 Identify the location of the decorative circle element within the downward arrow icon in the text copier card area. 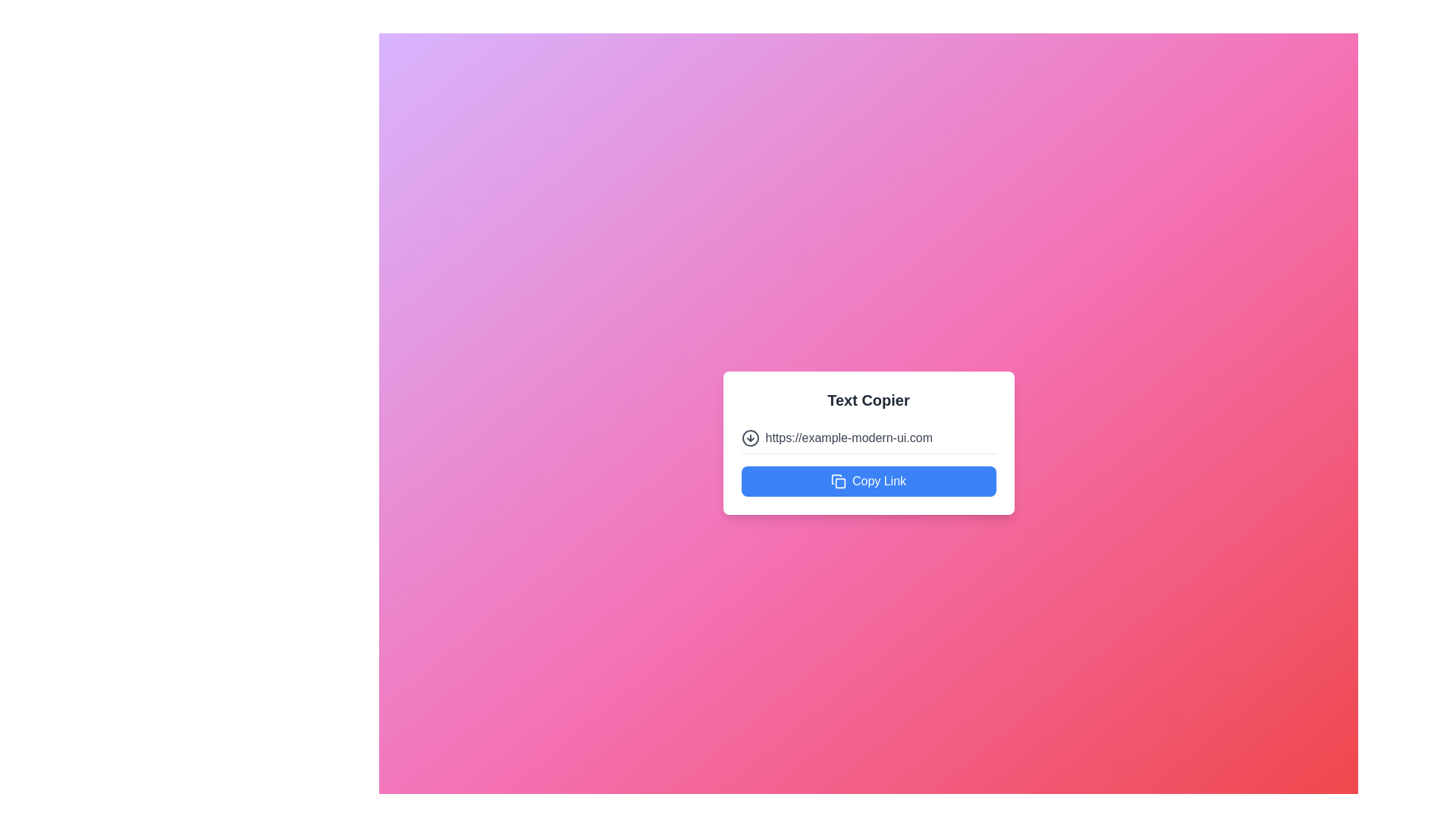
(750, 438).